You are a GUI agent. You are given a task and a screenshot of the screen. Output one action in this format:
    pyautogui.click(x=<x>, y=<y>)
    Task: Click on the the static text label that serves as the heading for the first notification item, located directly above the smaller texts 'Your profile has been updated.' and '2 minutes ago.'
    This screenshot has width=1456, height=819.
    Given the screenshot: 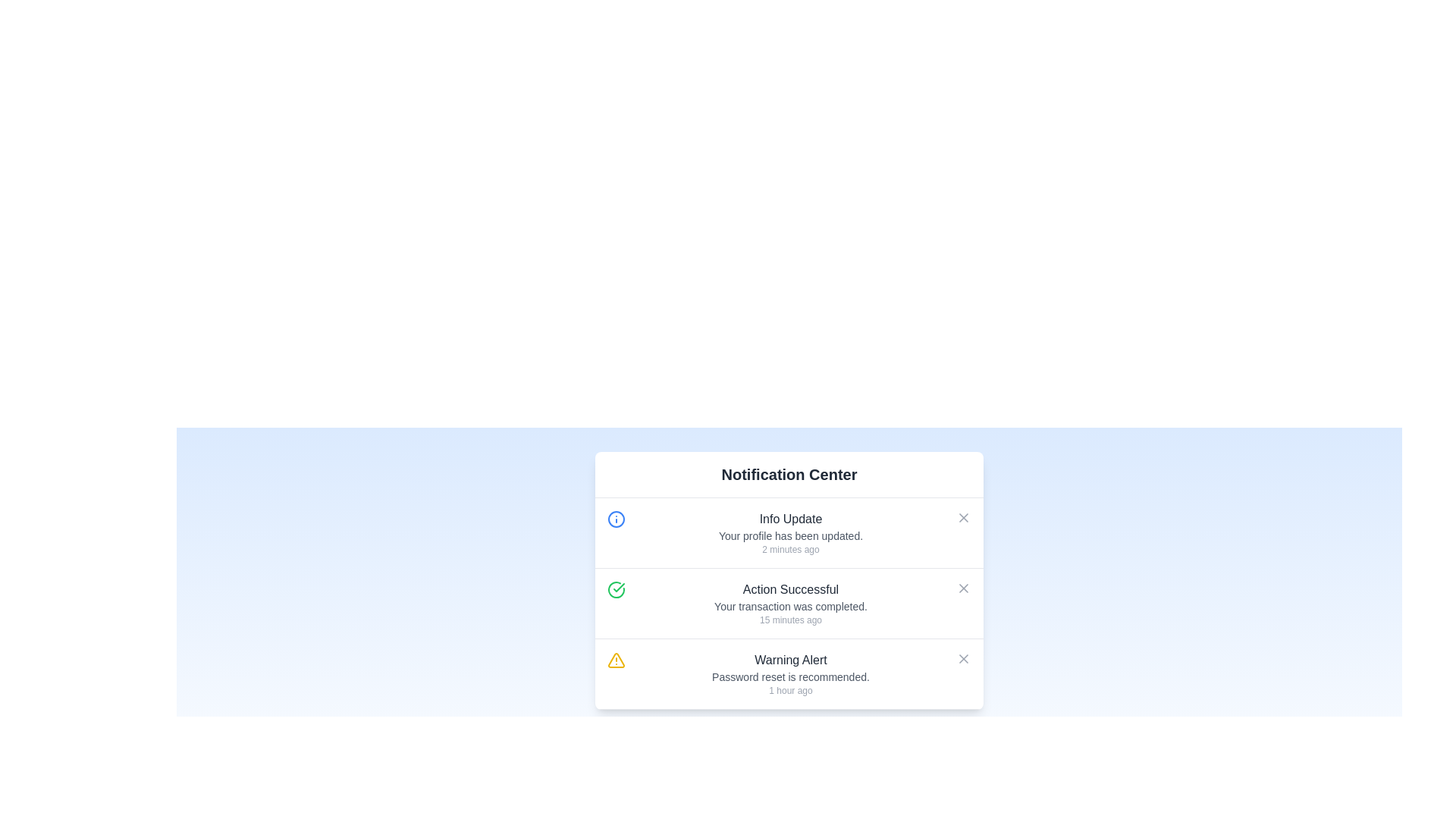 What is the action you would take?
    pyautogui.click(x=789, y=519)
    